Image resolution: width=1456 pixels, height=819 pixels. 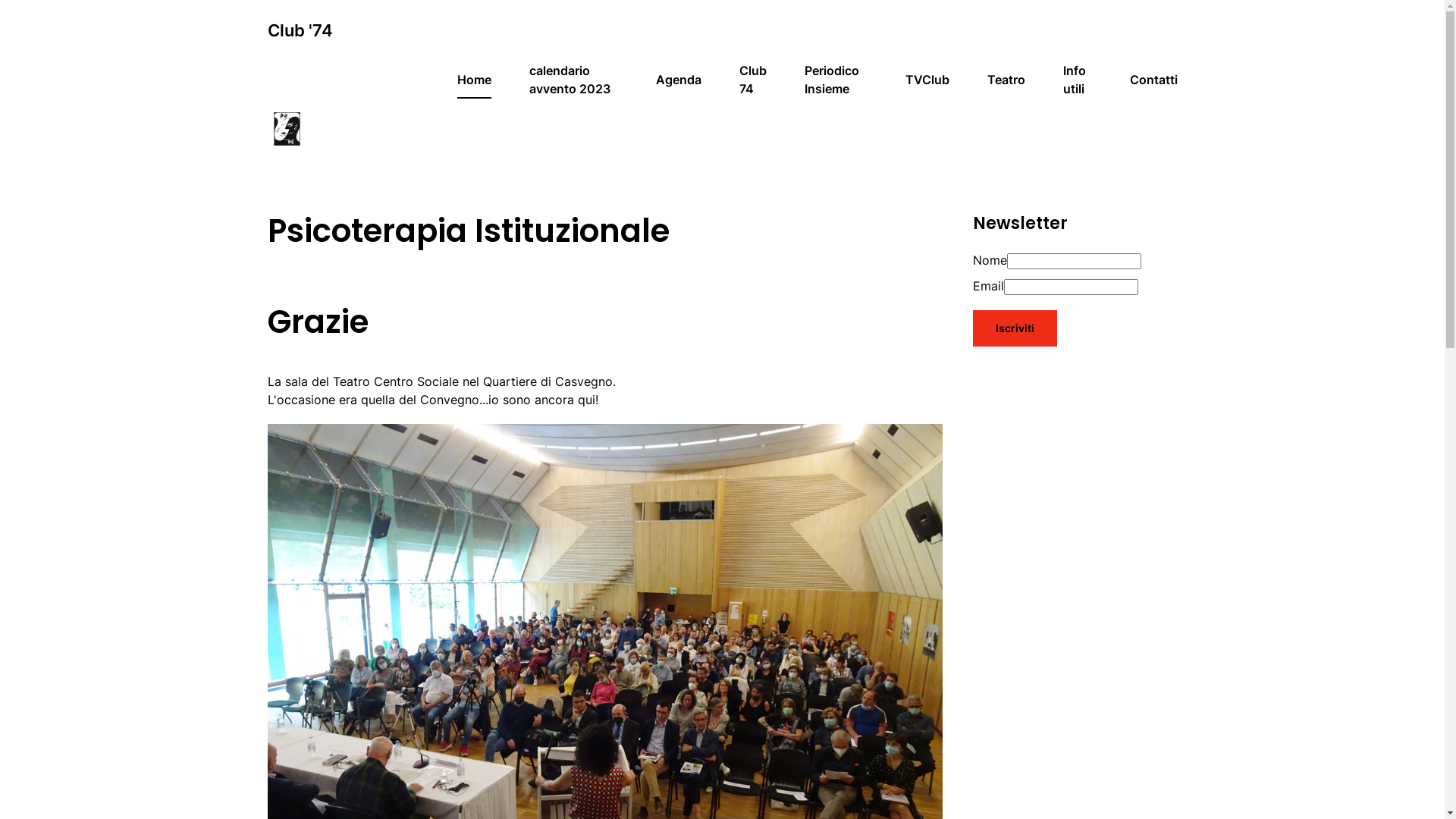 What do you see at coordinates (1062, 79) in the screenshot?
I see `'Info utili'` at bounding box center [1062, 79].